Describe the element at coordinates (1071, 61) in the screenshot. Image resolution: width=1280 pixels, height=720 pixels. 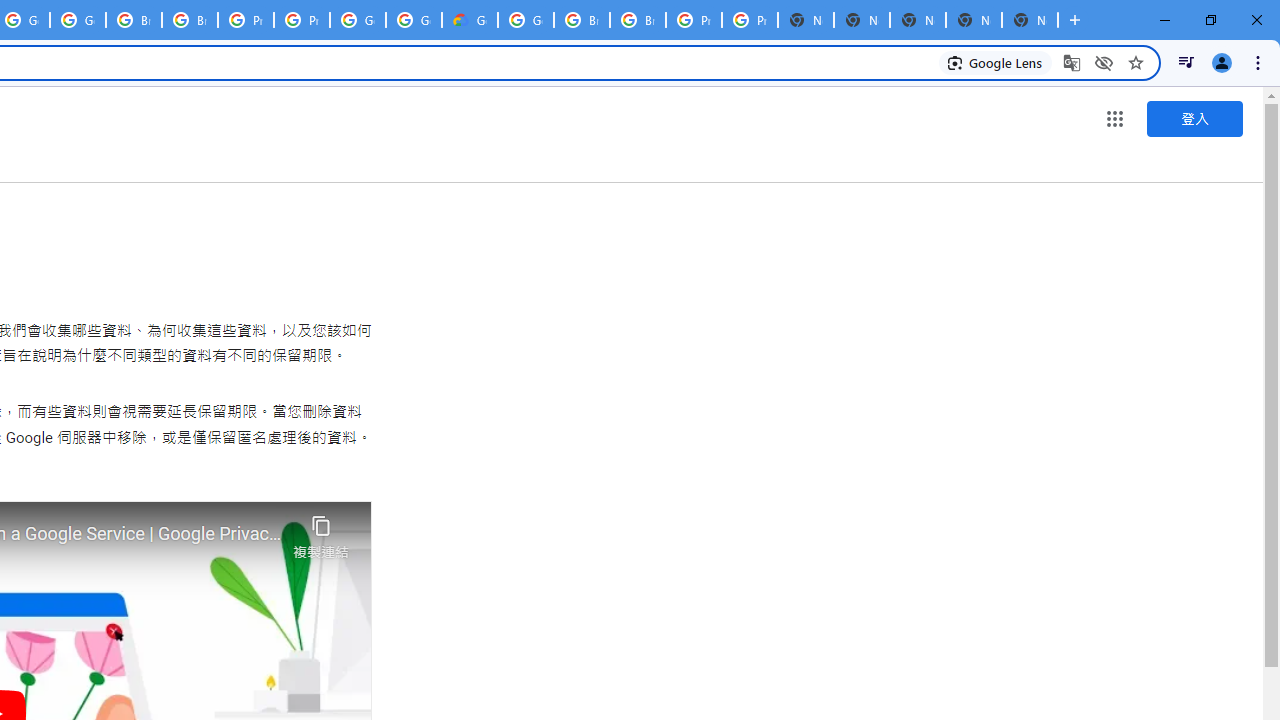
I see `'Translate this page'` at that location.